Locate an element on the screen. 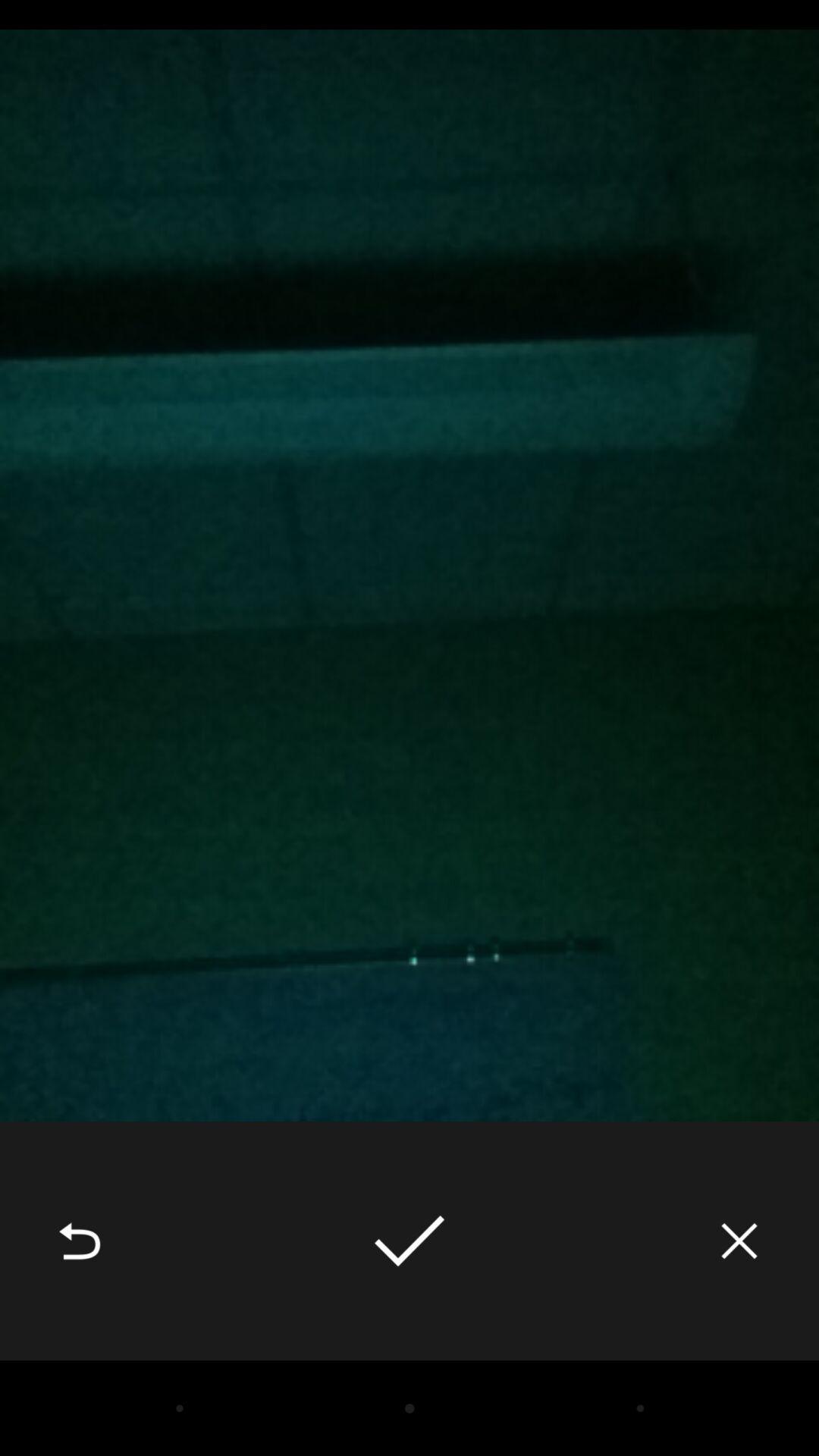 The image size is (819, 1456). icon at the bottom right corner is located at coordinates (739, 1241).